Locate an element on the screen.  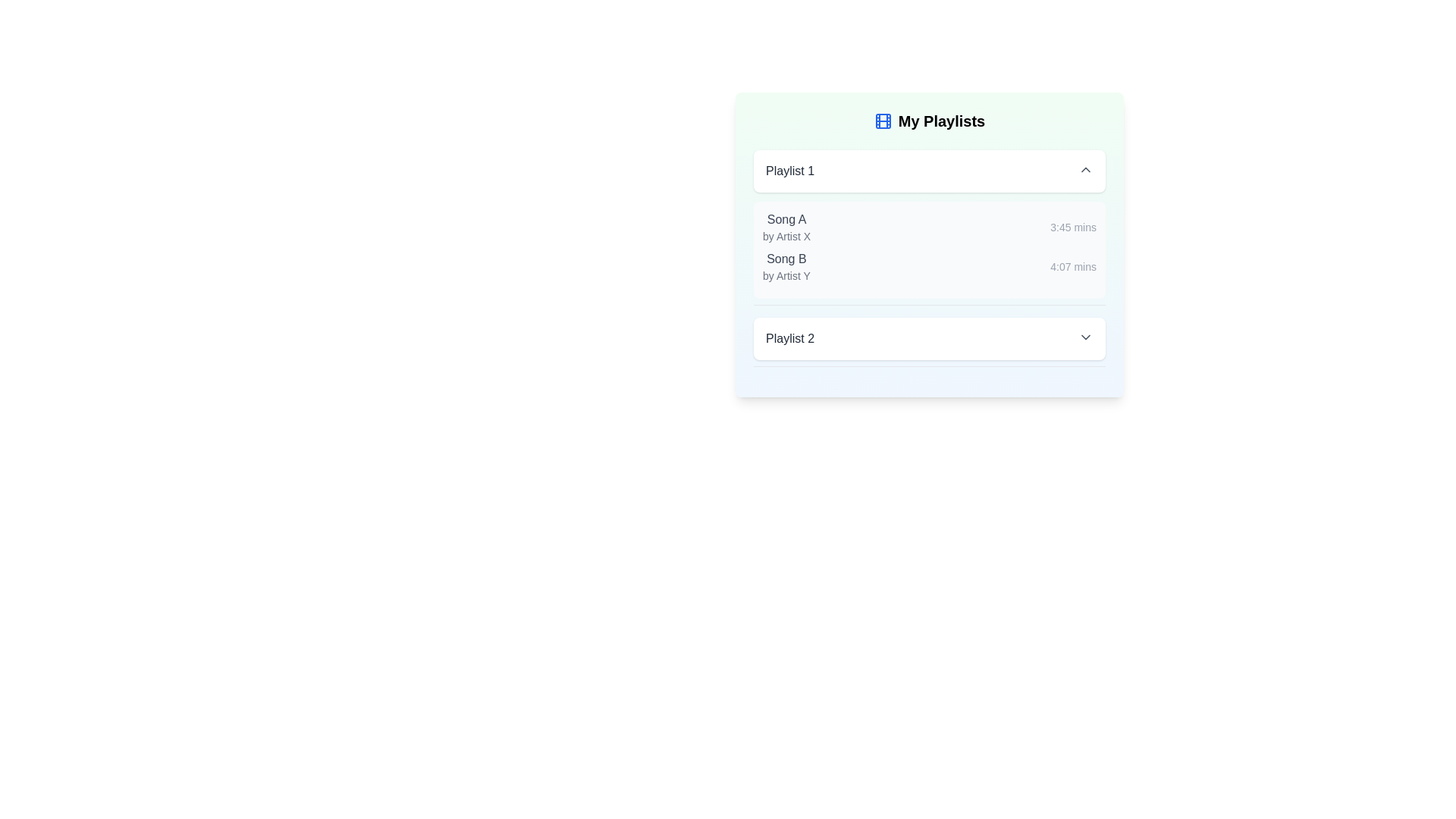
the upward-pointing chevron icon button located at the far right of the 'Playlist 1' section header, adjacent is located at coordinates (1084, 169).